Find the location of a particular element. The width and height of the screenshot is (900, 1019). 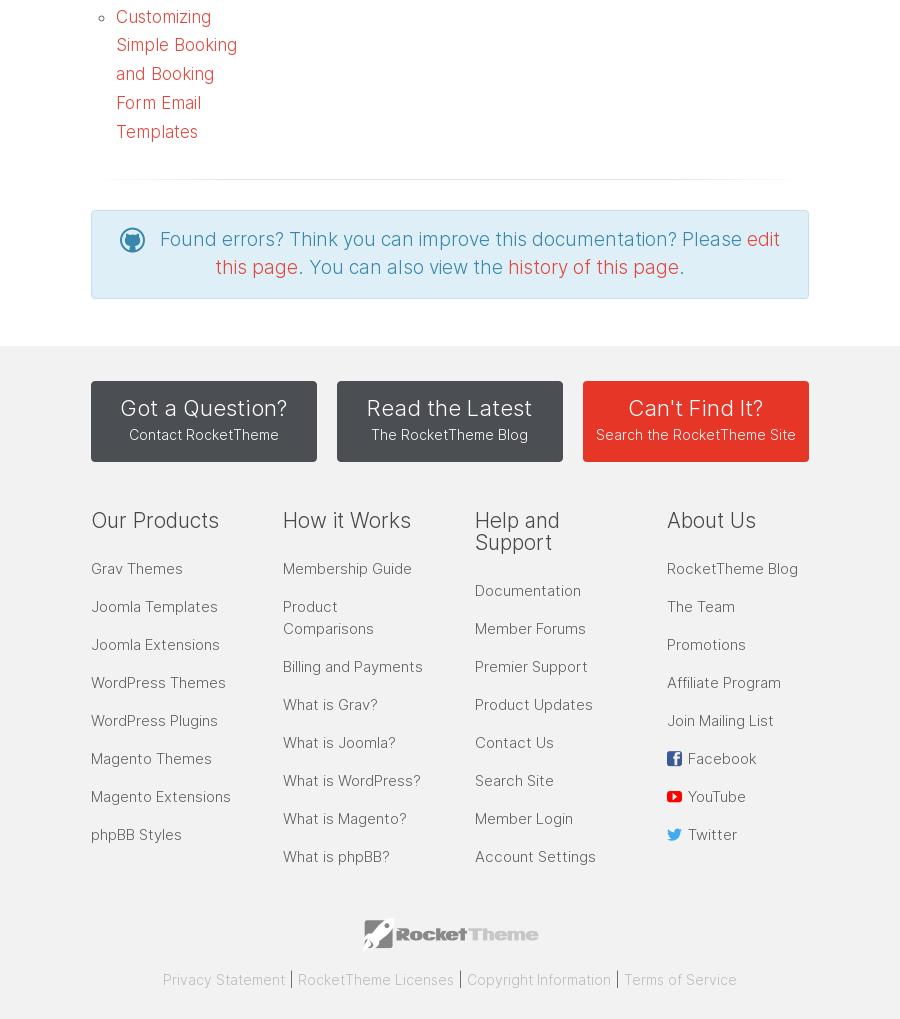

'Magento Themes' is located at coordinates (151, 757).